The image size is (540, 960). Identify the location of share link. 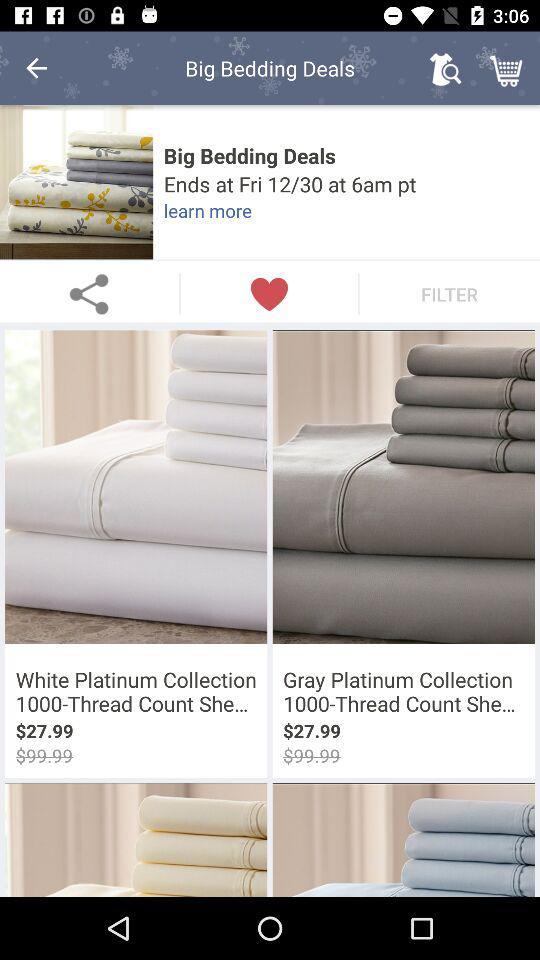
(88, 293).